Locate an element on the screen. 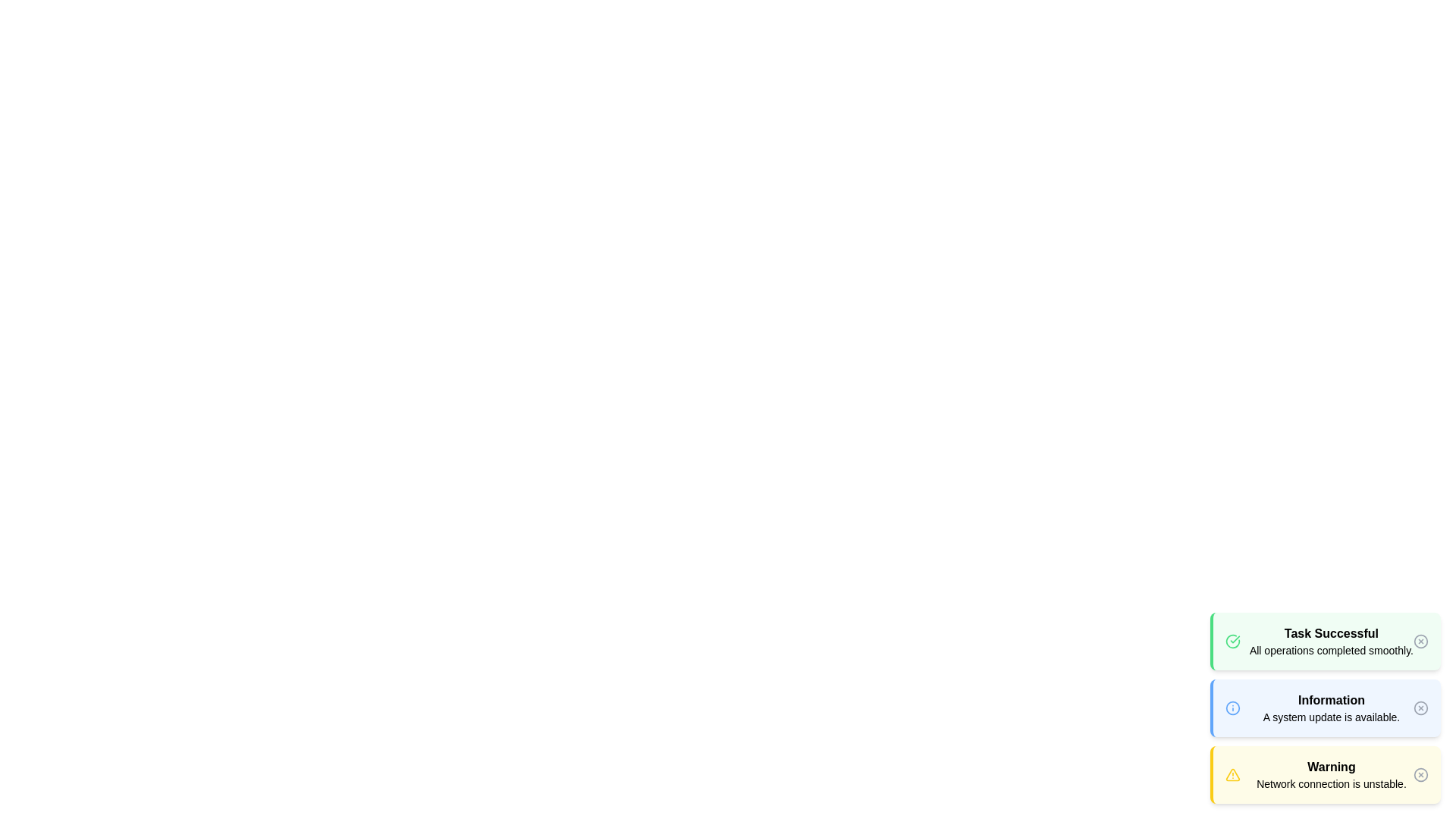 Image resolution: width=1456 pixels, height=819 pixels. the alert title of the selected alert type: Warning is located at coordinates (1331, 767).